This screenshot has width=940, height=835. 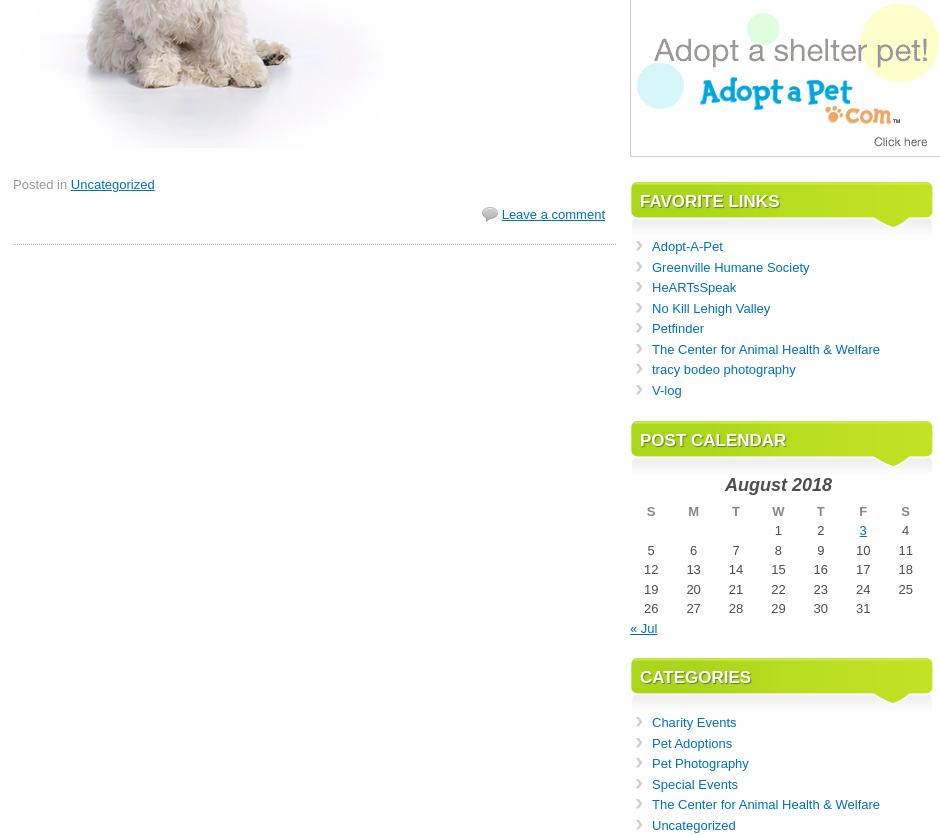 I want to click on '9', so click(x=820, y=549).